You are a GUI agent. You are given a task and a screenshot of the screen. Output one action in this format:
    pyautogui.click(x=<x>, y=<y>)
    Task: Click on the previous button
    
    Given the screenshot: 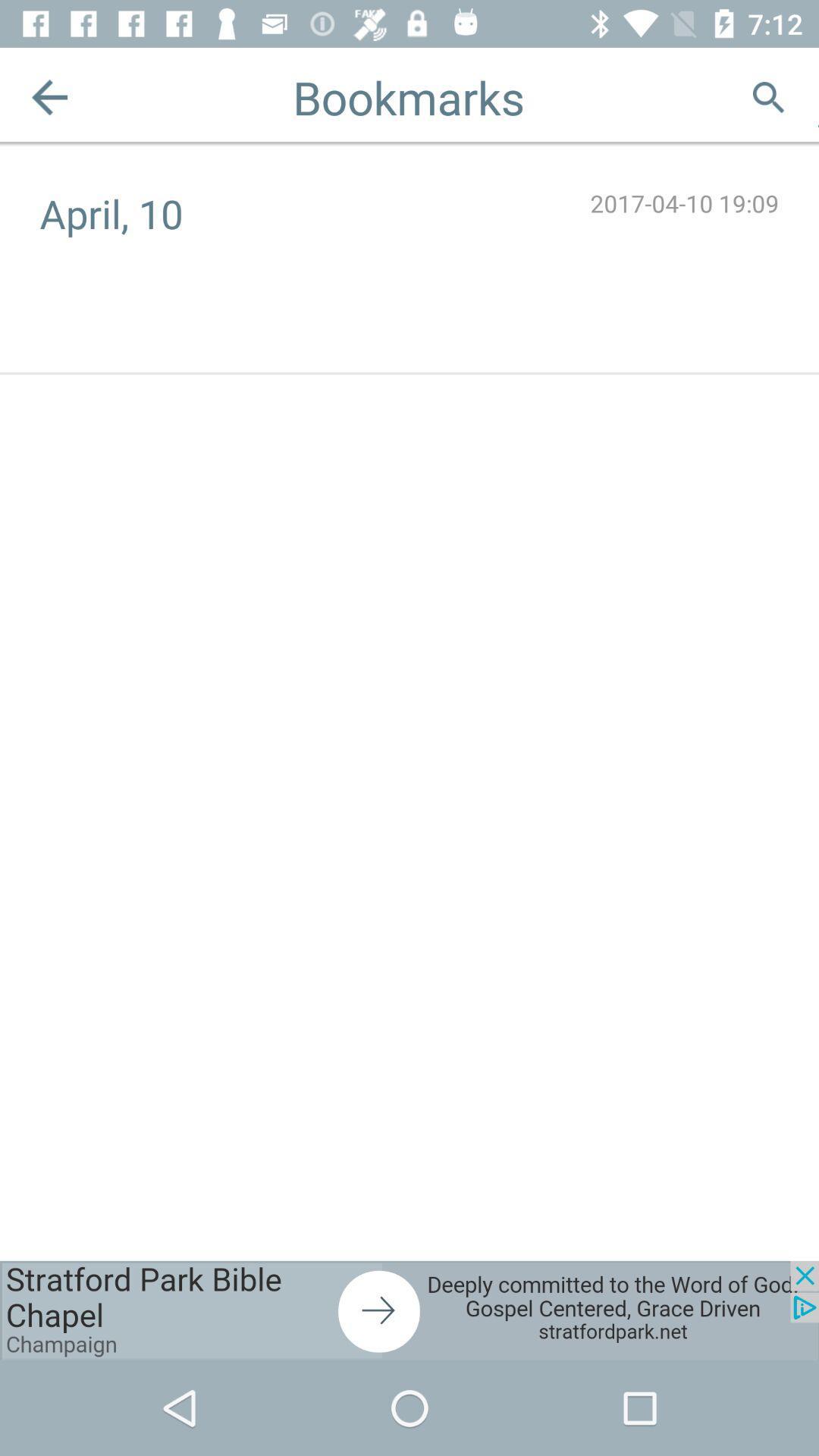 What is the action you would take?
    pyautogui.click(x=49, y=96)
    